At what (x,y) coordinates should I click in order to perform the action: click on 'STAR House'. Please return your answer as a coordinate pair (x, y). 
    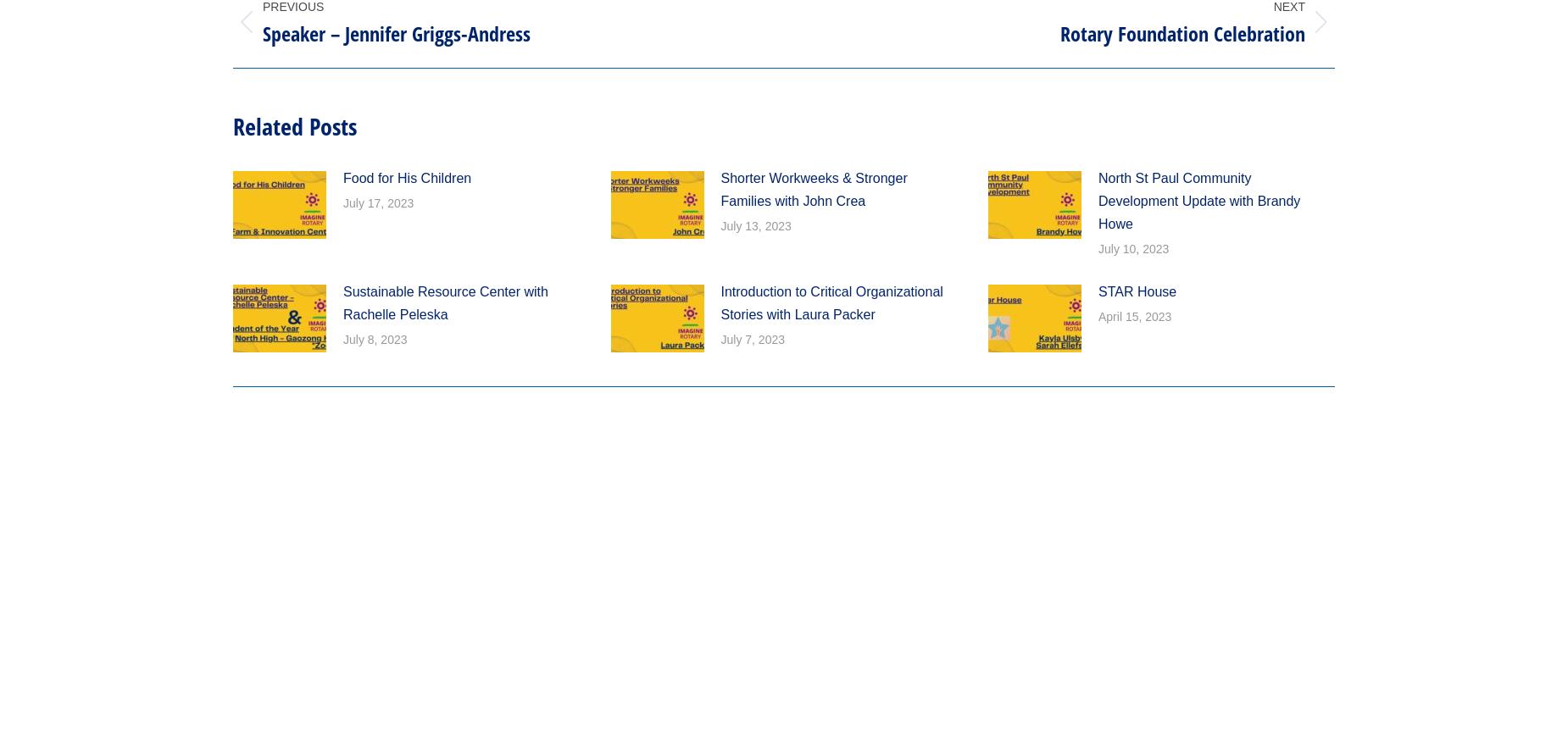
    Looking at the image, I should click on (1136, 291).